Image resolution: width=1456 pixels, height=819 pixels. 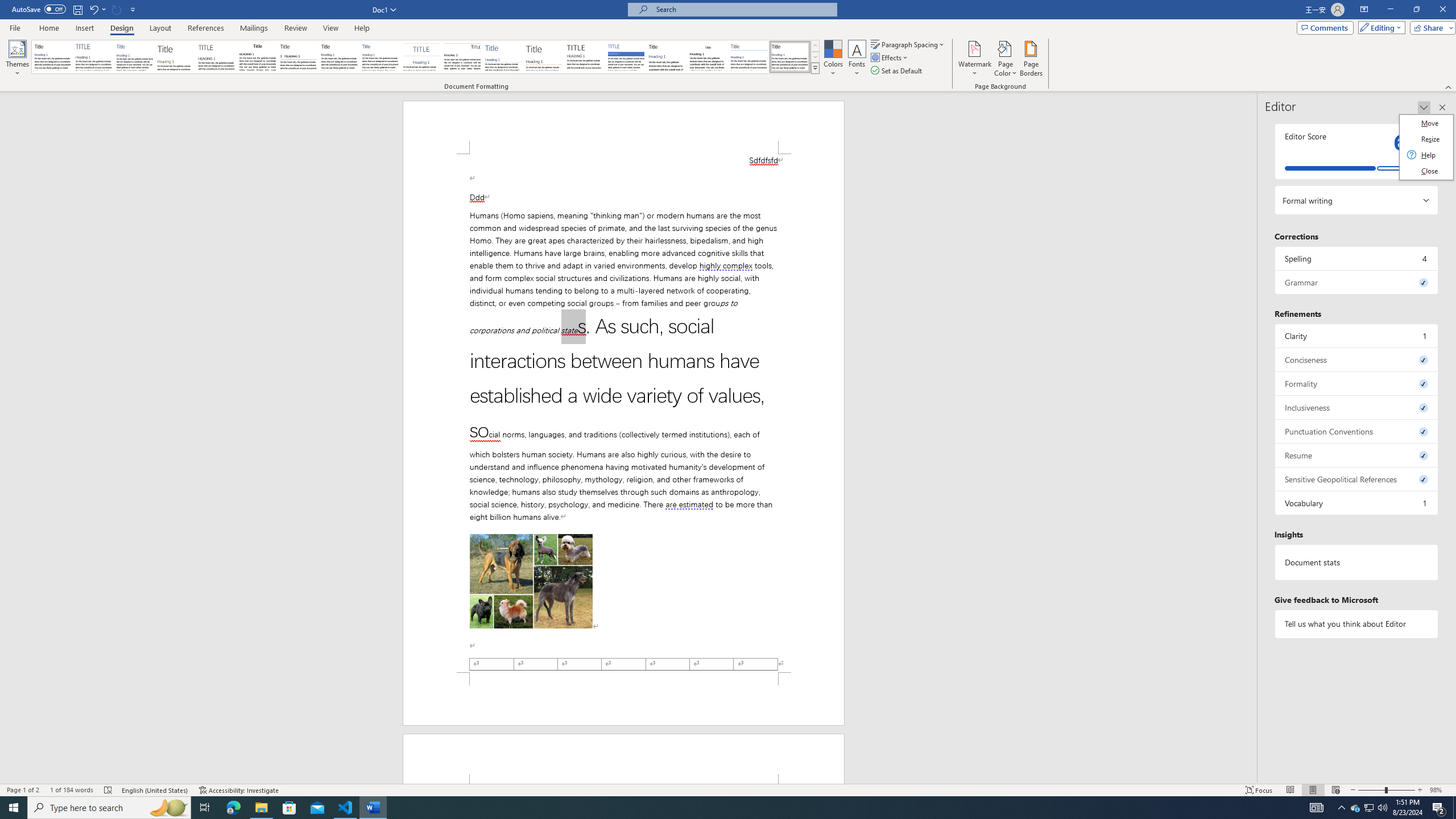 I want to click on 'Document statistics', so click(x=1356, y=562).